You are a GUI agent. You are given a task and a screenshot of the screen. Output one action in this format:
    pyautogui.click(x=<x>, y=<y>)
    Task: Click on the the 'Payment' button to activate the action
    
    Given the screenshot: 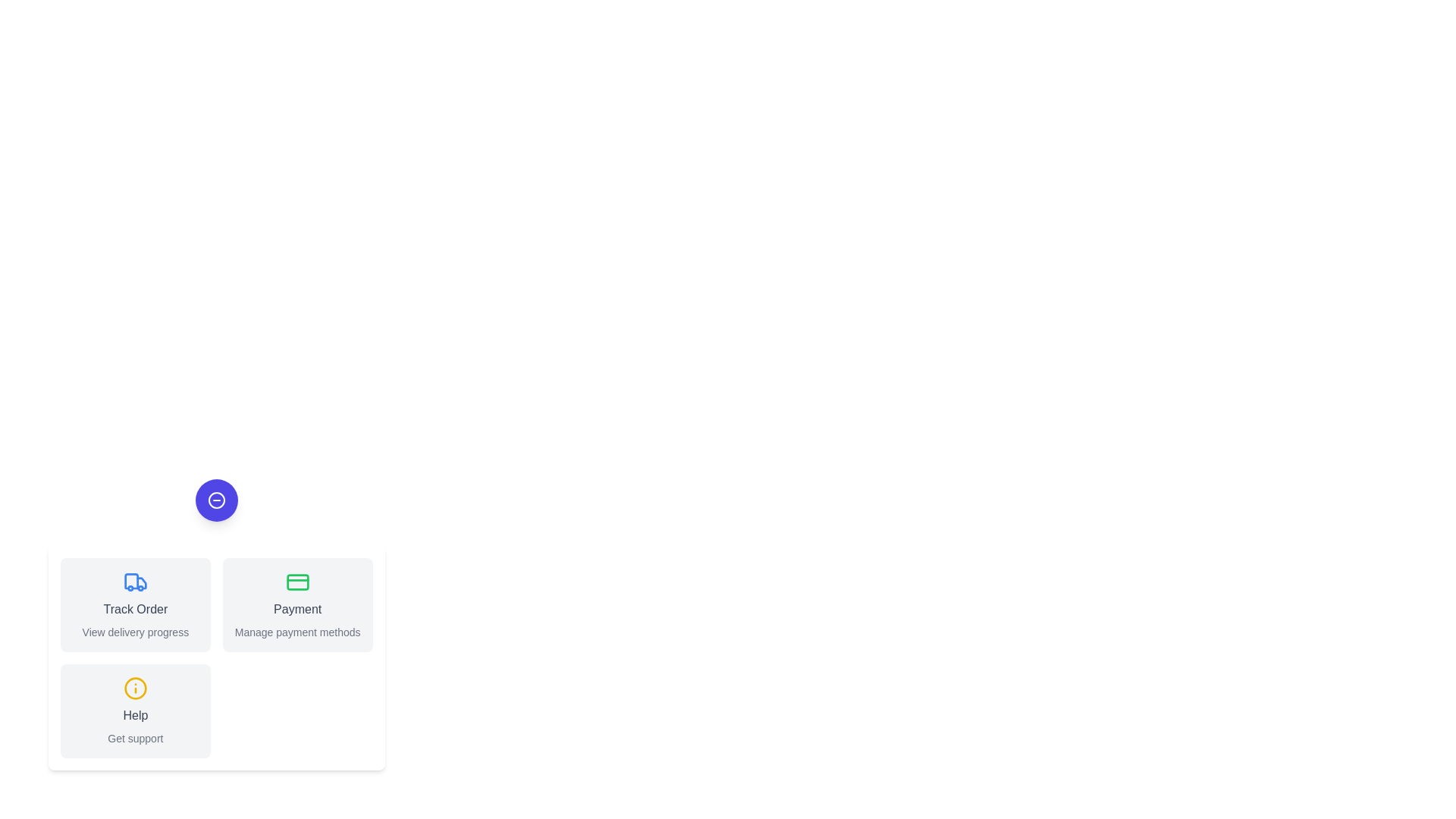 What is the action you would take?
    pyautogui.click(x=297, y=604)
    